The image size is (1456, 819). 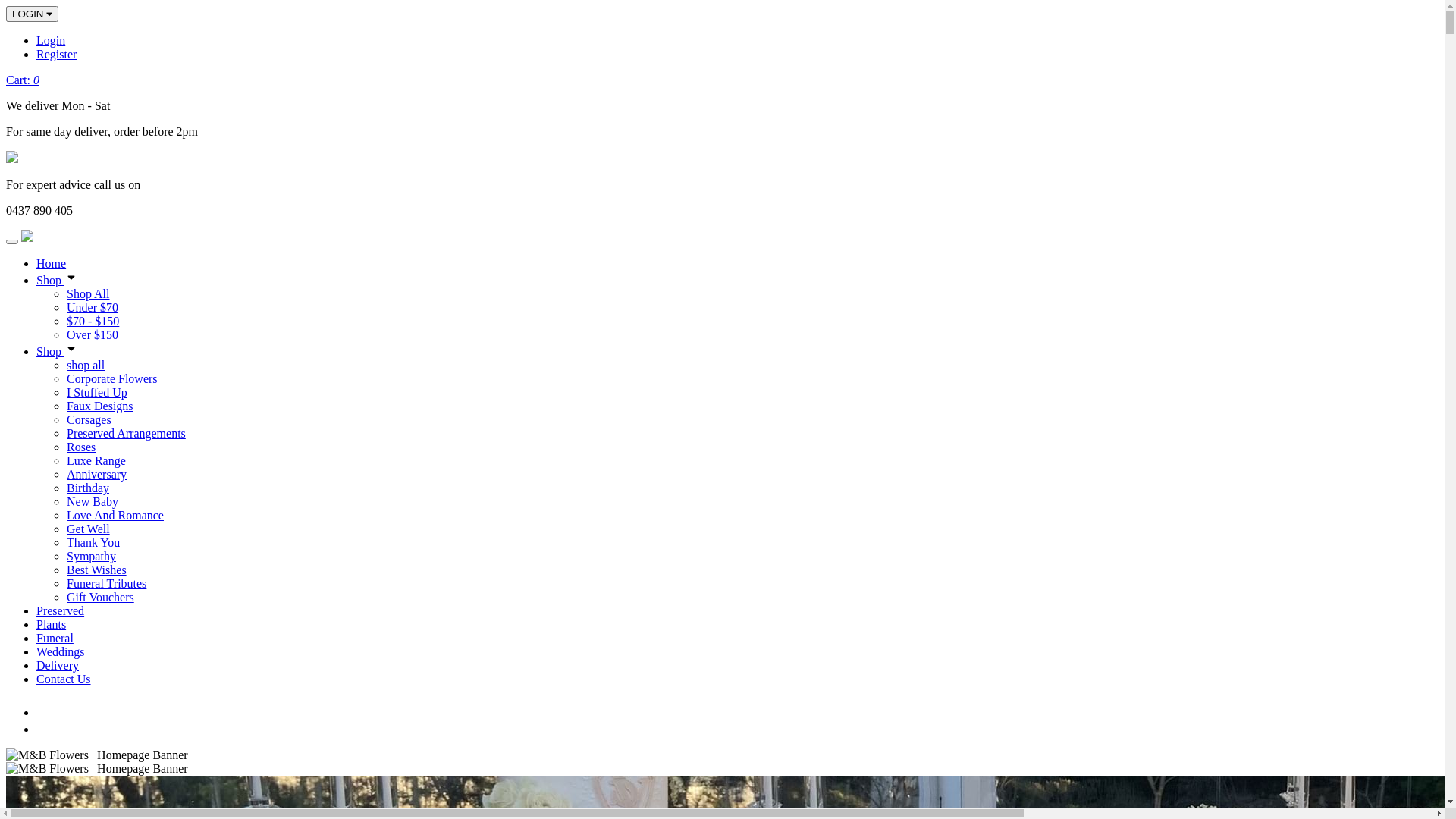 I want to click on 'Roses', so click(x=80, y=446).